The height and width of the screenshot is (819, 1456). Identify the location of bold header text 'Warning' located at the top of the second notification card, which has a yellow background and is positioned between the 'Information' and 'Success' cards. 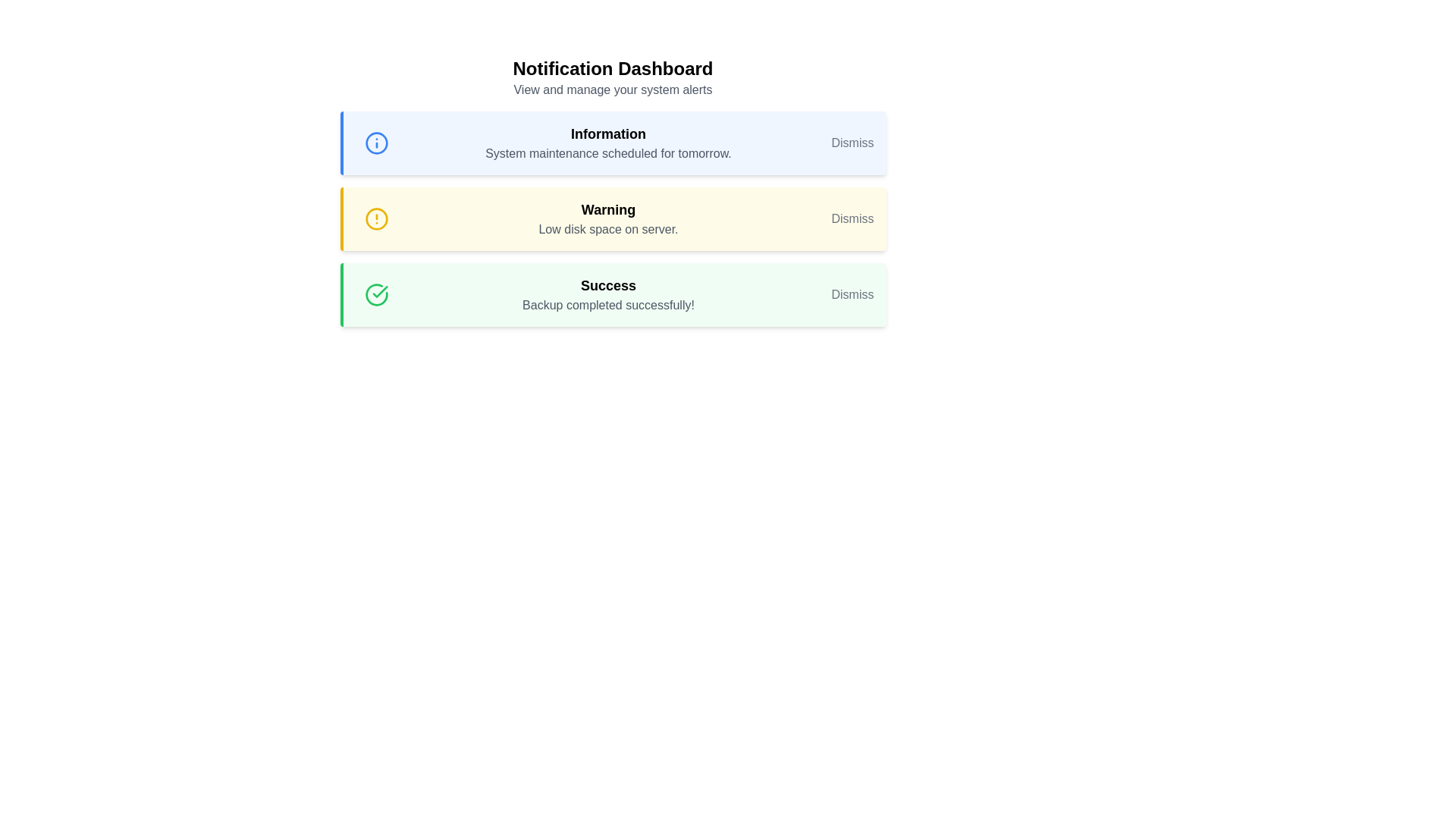
(608, 210).